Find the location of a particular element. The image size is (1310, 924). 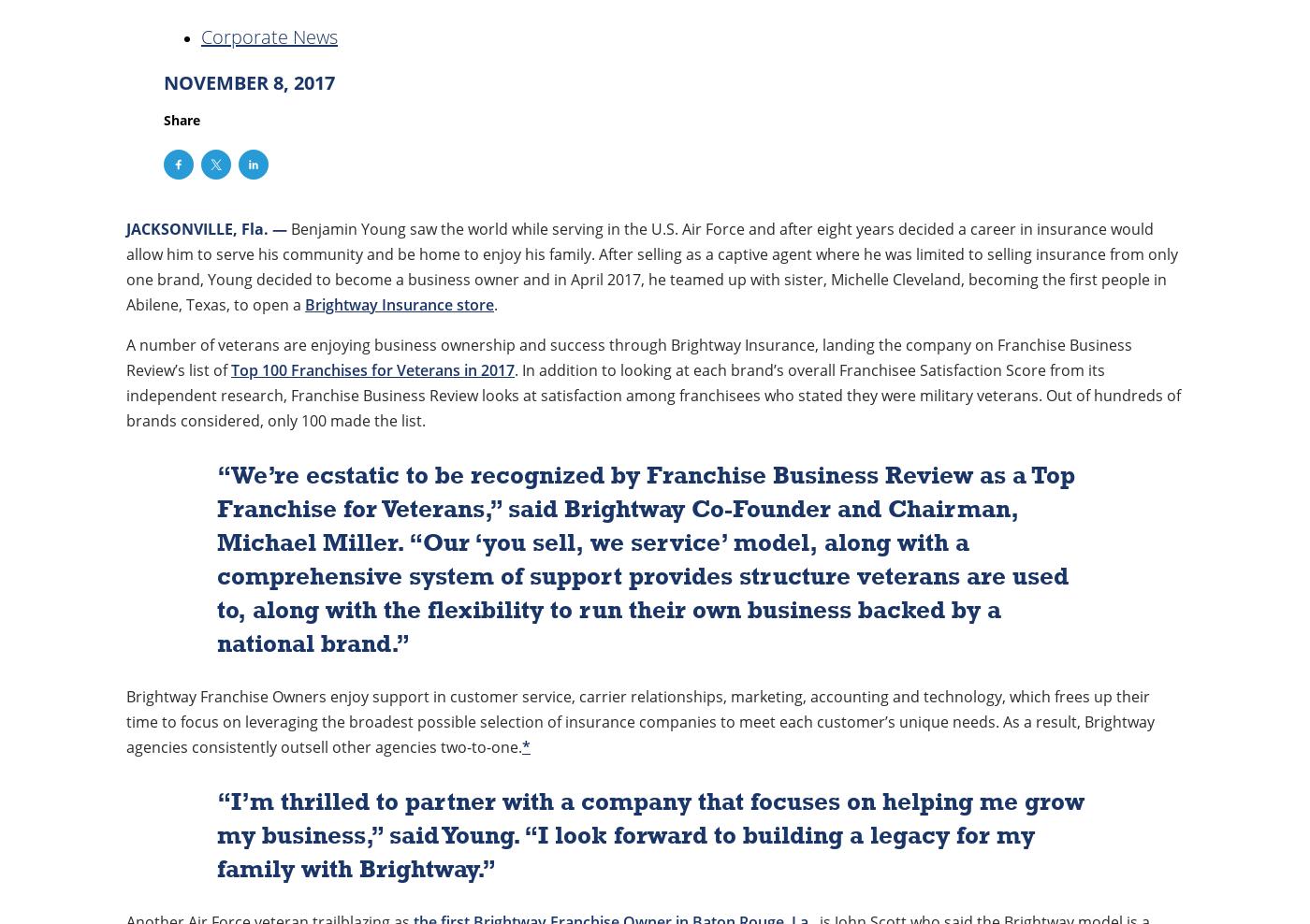

'Share' is located at coordinates (182, 119).